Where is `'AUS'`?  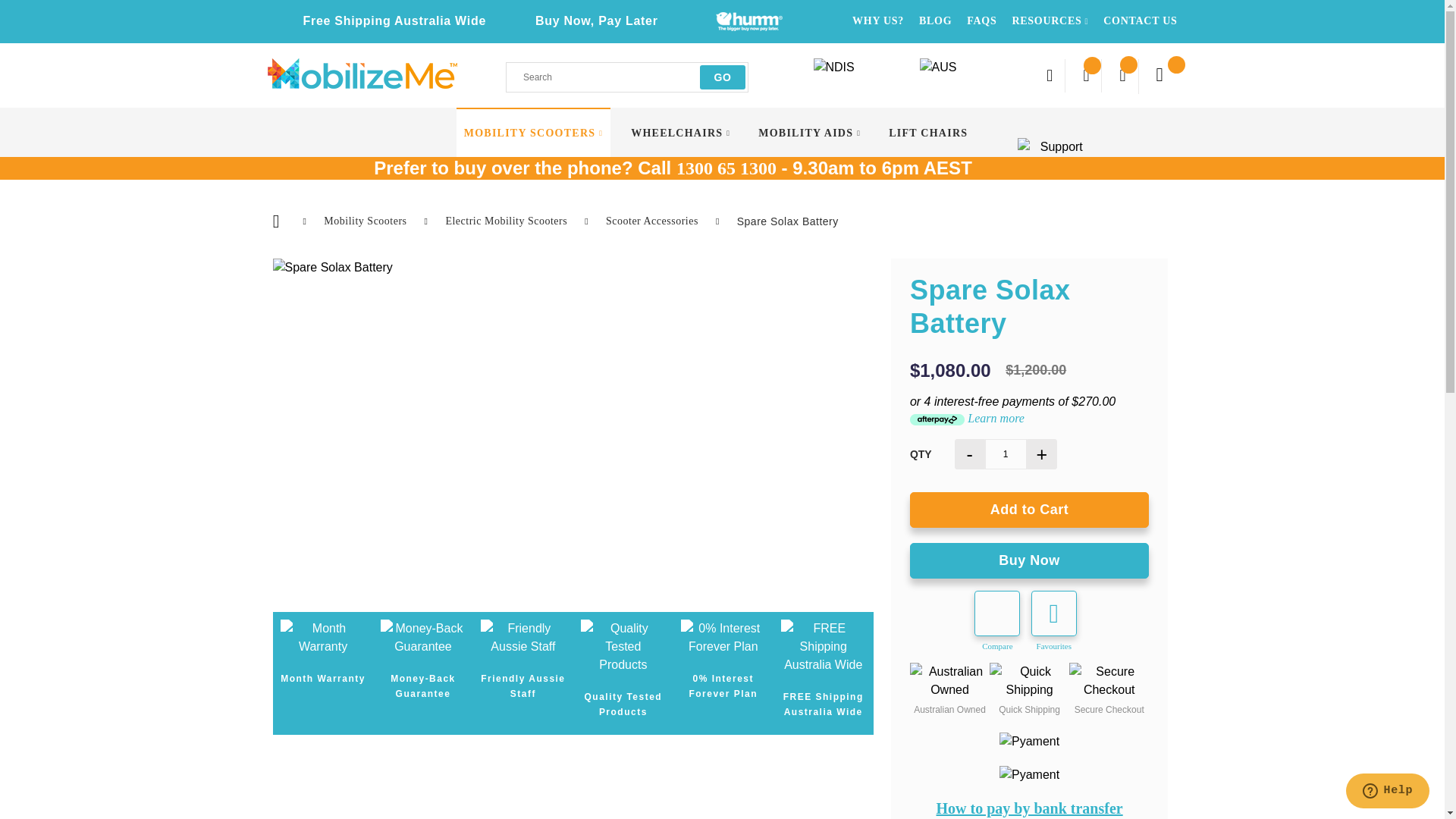 'AUS' is located at coordinates (918, 73).